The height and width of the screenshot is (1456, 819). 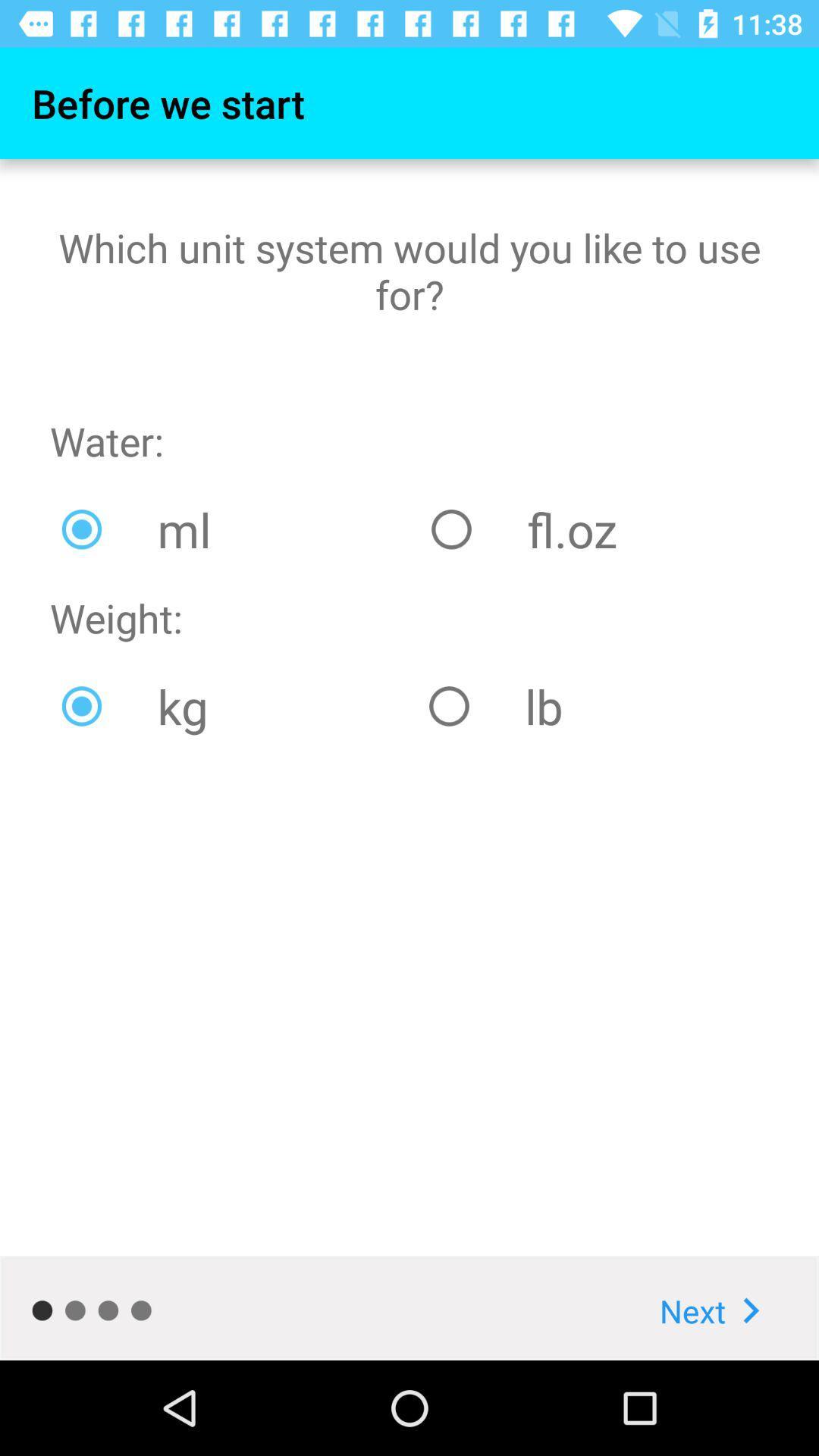 What do you see at coordinates (234, 705) in the screenshot?
I see `item next to the lb item` at bounding box center [234, 705].